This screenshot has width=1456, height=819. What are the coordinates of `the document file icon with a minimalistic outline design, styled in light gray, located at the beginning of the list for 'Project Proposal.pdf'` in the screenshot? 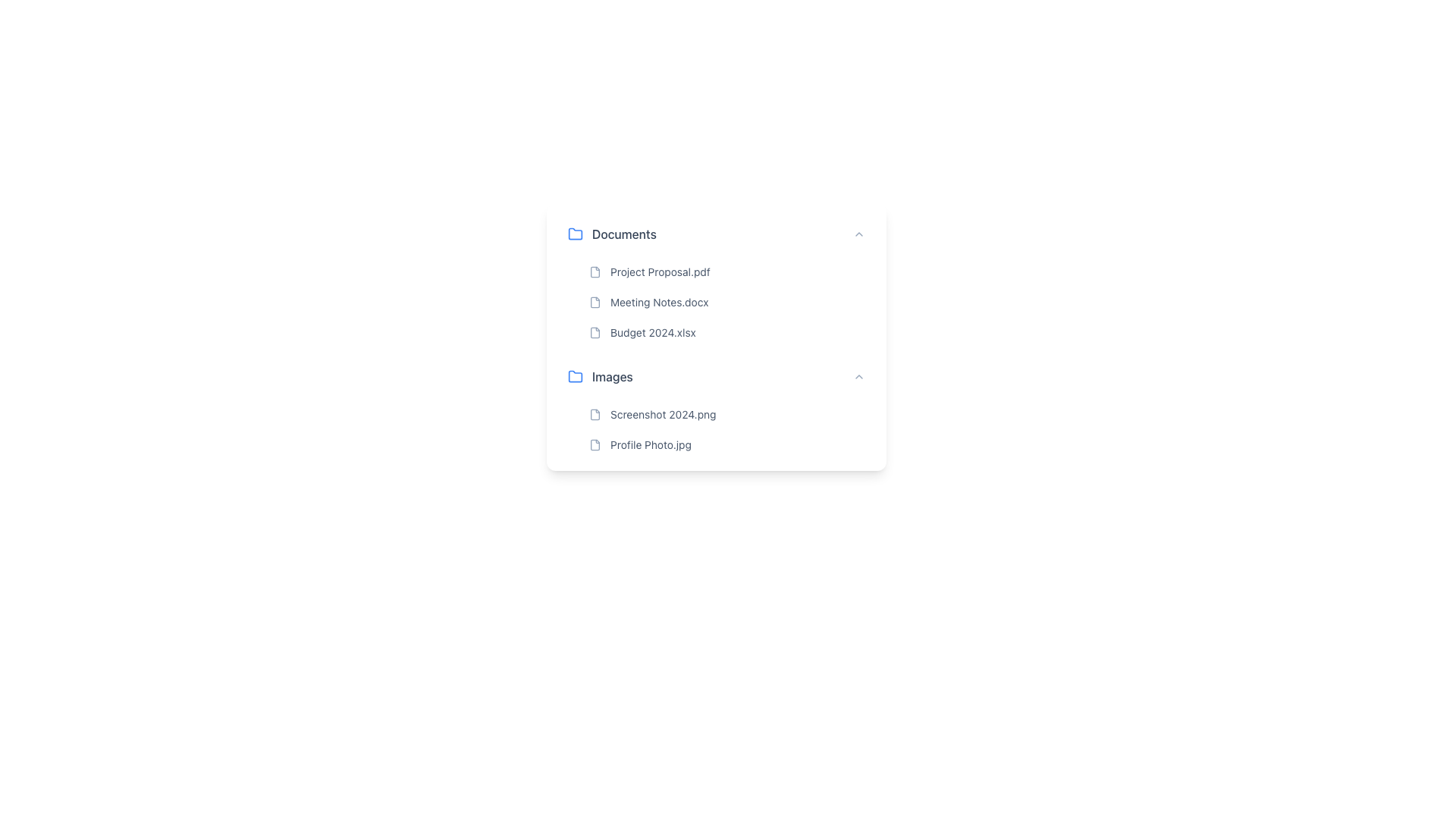 It's located at (595, 271).